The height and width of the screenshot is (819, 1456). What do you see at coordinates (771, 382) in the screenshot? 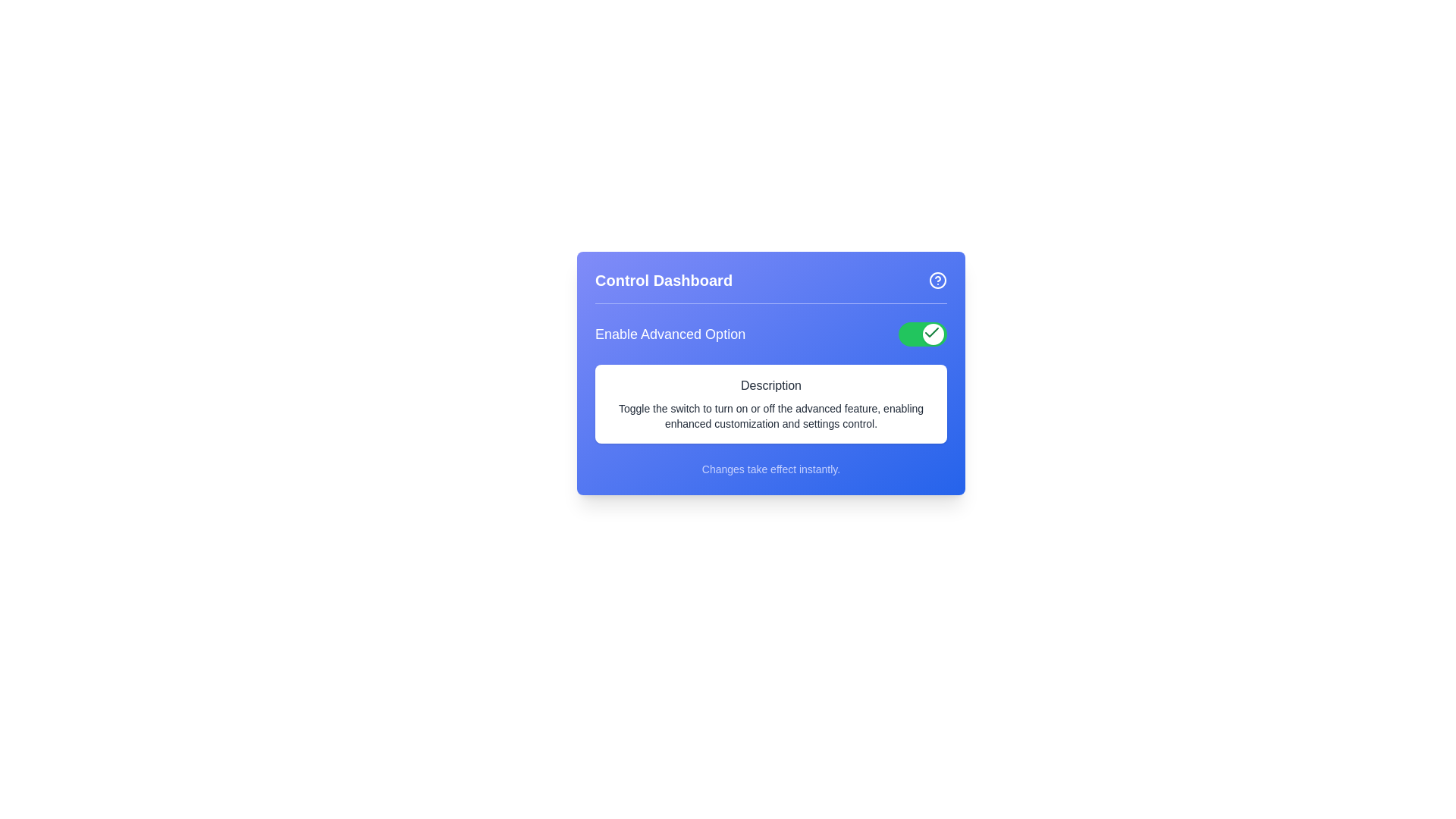
I see `descriptive text within the rectangular card component that has a white background and contains the heading 'Description'` at bounding box center [771, 382].